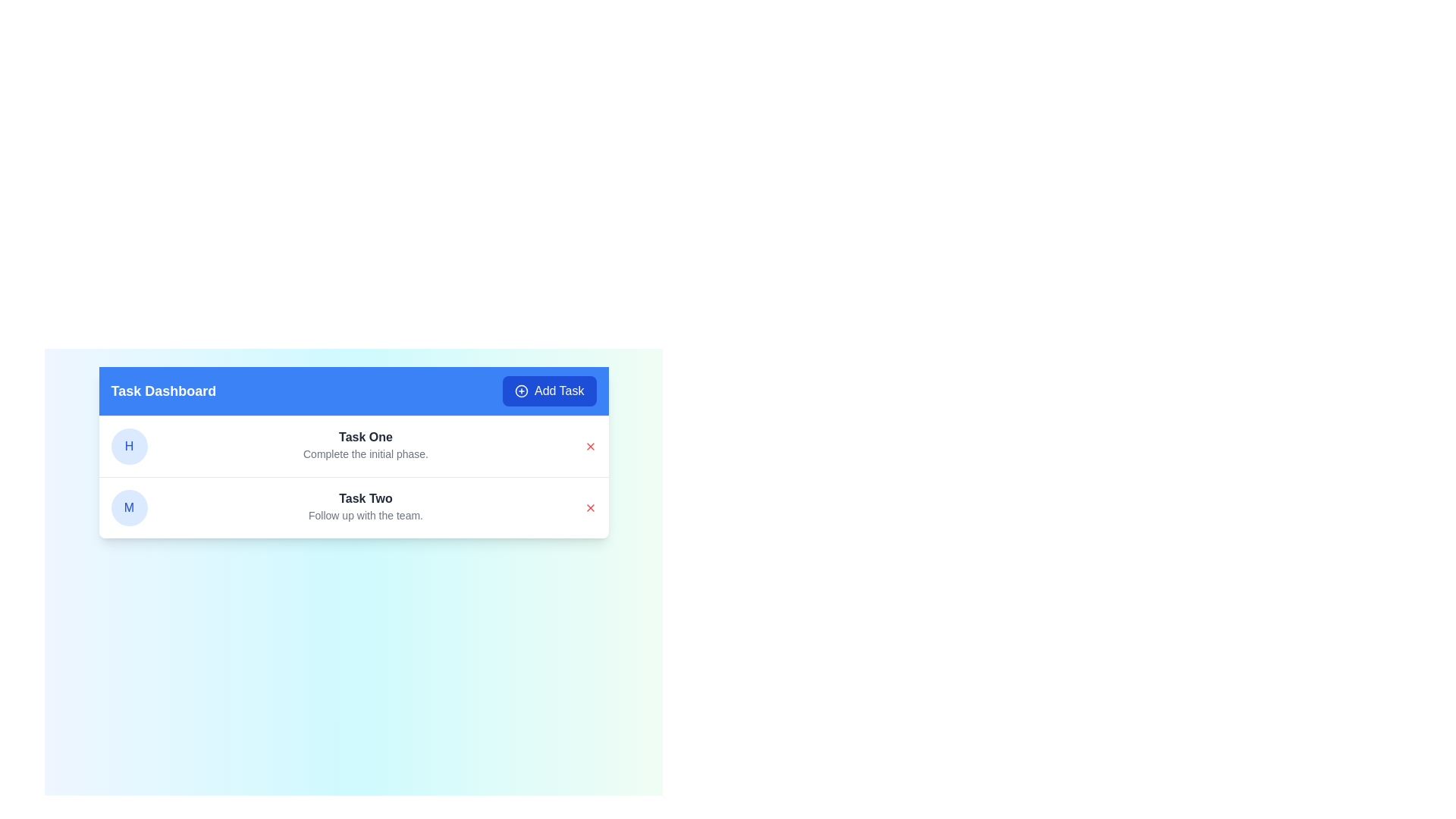 Image resolution: width=1456 pixels, height=819 pixels. I want to click on the text label that reads 'Complete the initial phase.' which is located directly below the 'Task One' header in a small gray font, so click(366, 453).